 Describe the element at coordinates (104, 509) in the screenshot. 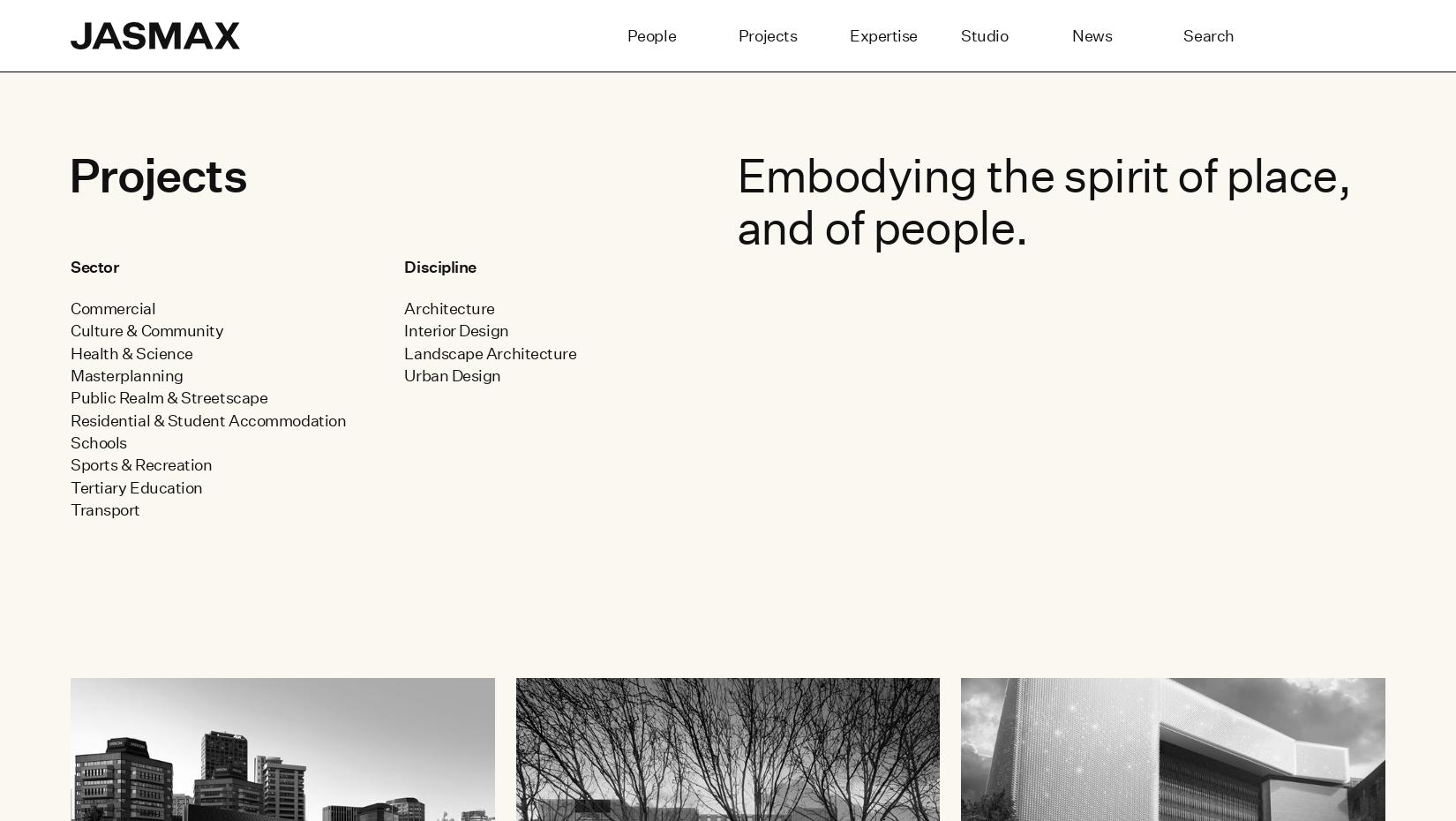

I see `'Transport'` at that location.